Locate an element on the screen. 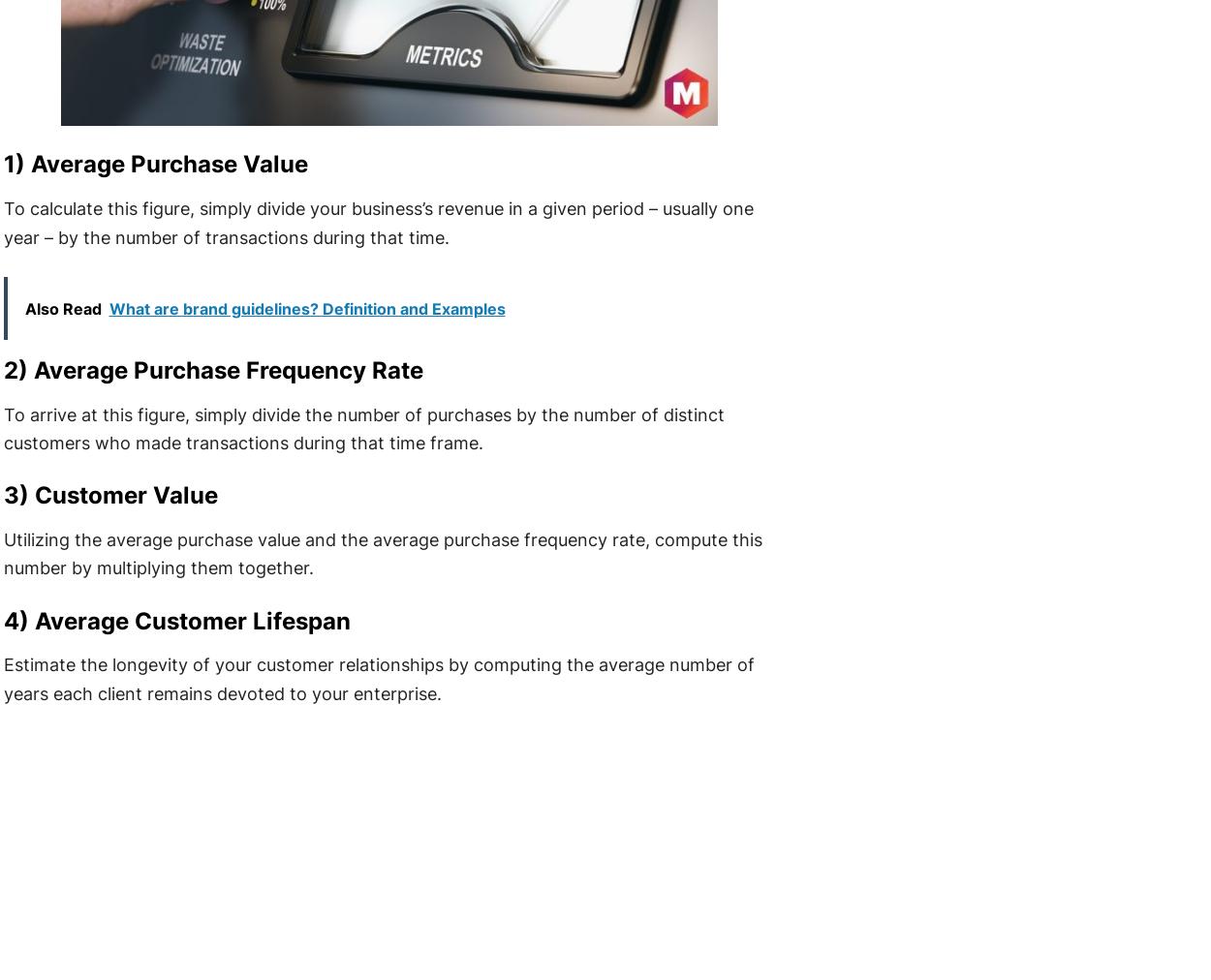 The height and width of the screenshot is (980, 1211). 'To calculate this figure, simply divide your business’s revenue in a given period – usually one year – by the number of transactions during that time.' is located at coordinates (378, 223).